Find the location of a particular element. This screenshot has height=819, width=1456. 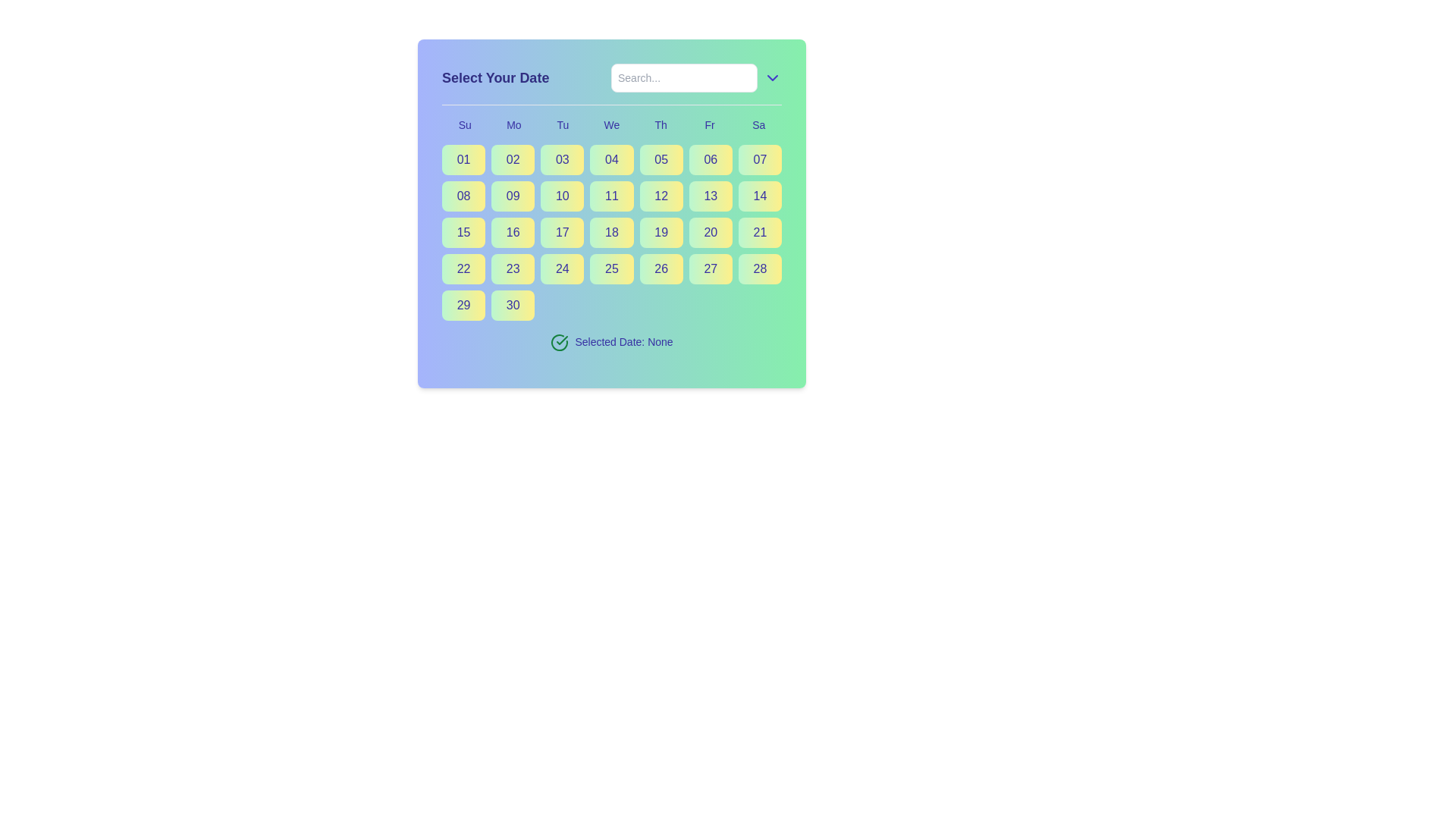

the button labeled '12' in the second row and fifth column of the calendar interface to observe style changes is located at coordinates (661, 195).